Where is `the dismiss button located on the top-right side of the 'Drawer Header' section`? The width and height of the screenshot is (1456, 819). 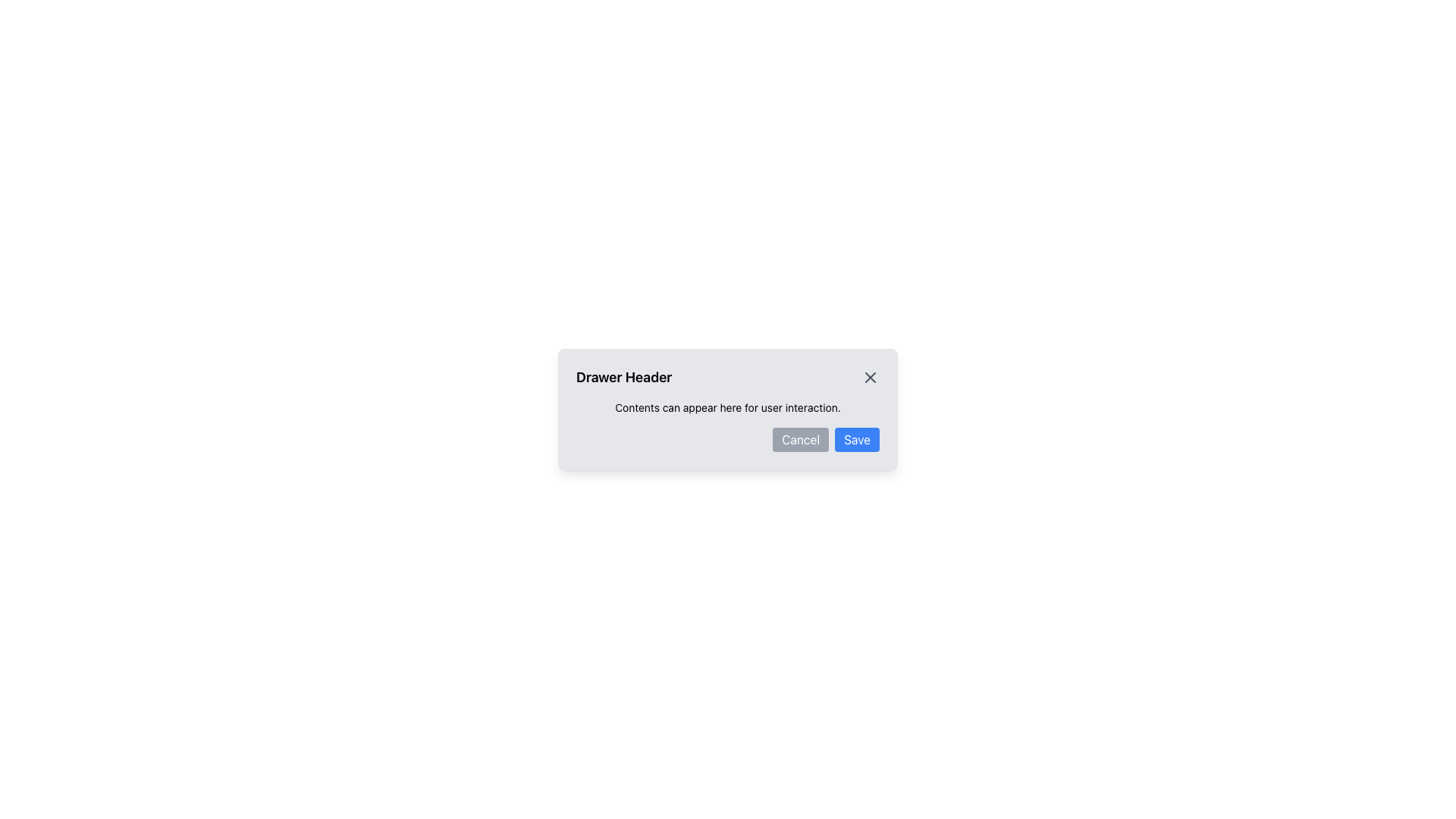
the dismiss button located on the top-right side of the 'Drawer Header' section is located at coordinates (870, 376).